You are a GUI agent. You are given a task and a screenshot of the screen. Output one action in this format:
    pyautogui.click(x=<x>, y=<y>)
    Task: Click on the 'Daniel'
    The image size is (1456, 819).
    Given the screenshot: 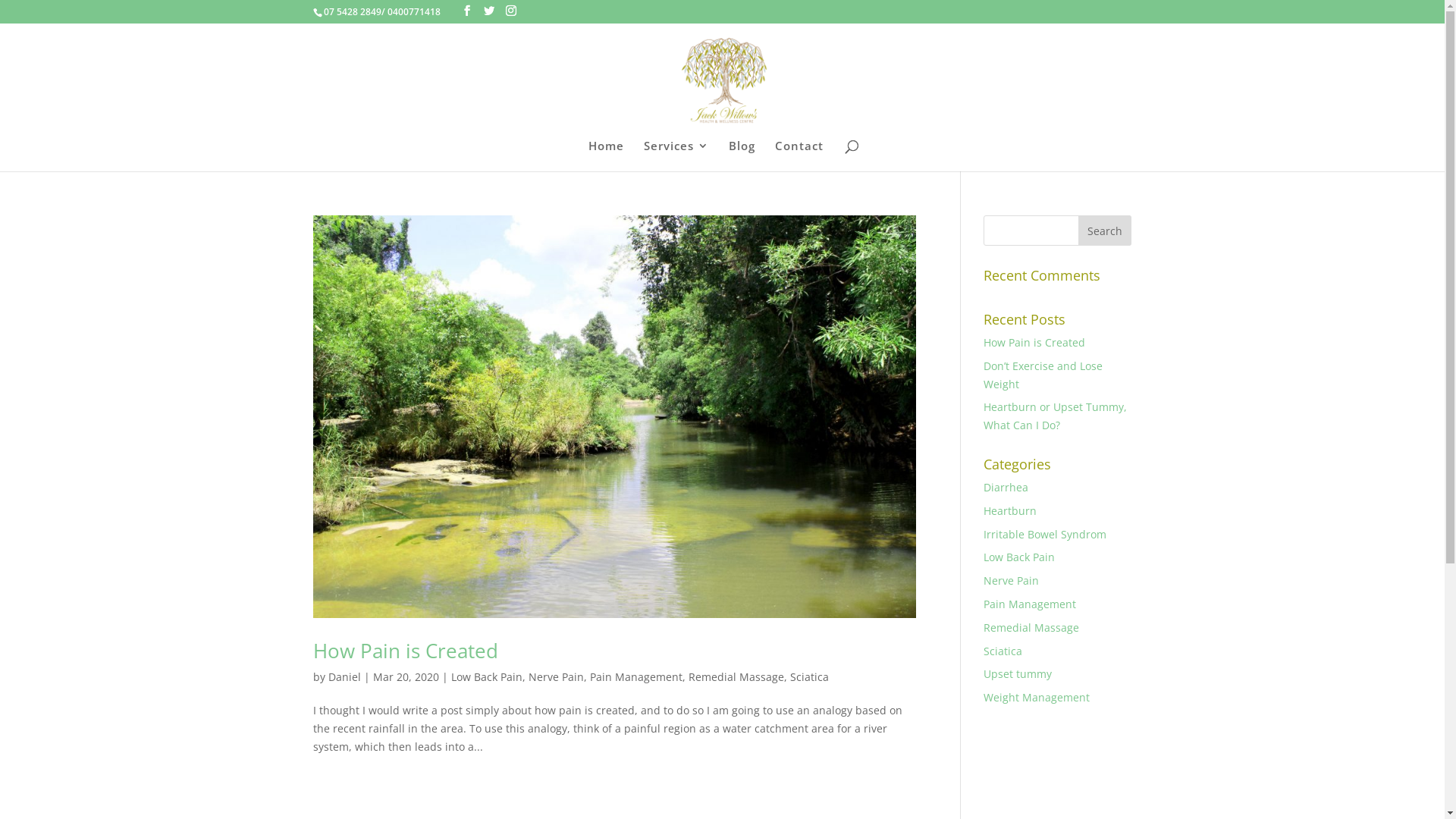 What is the action you would take?
    pyautogui.click(x=343, y=676)
    